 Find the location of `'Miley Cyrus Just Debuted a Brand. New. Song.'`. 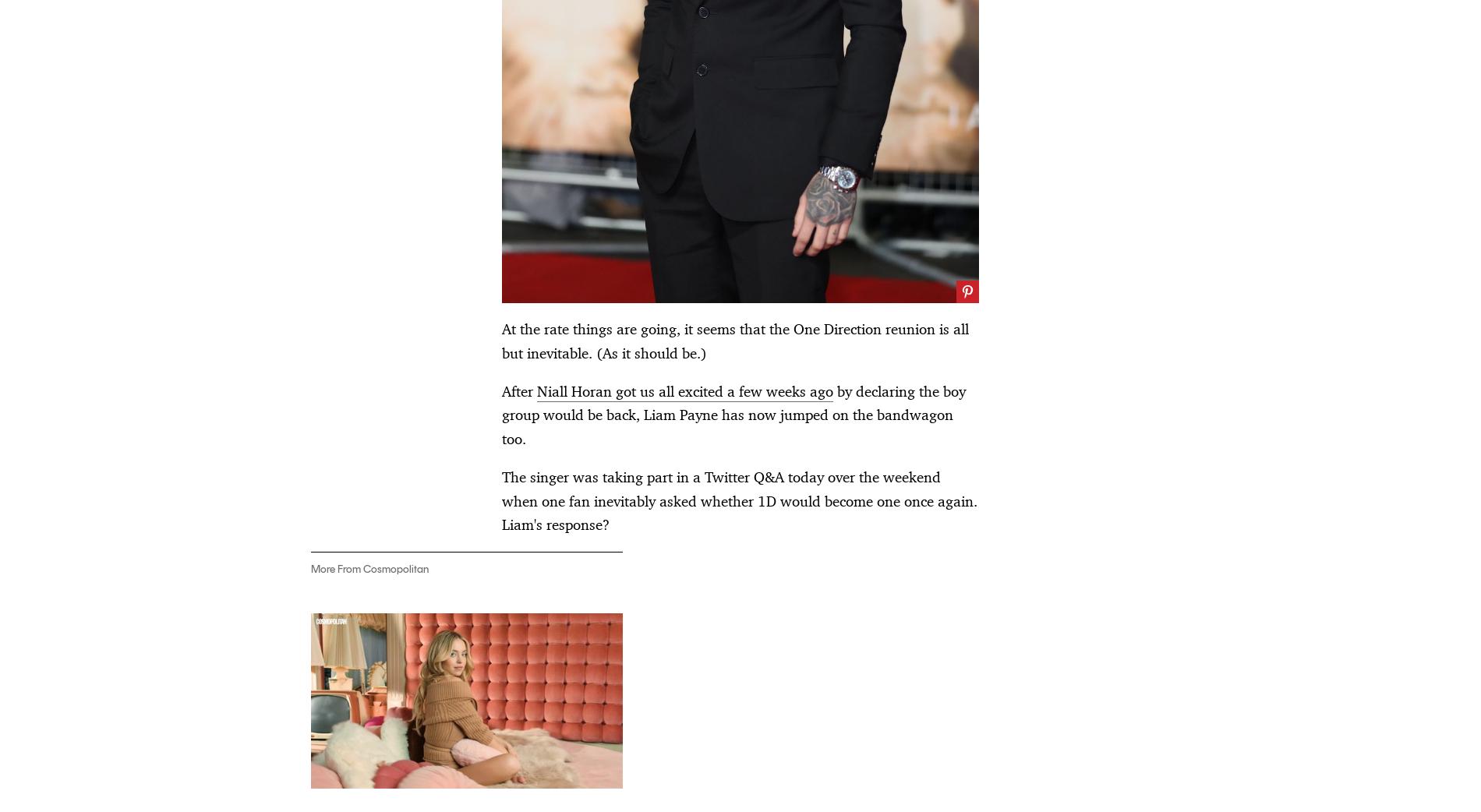

'Miley Cyrus Just Debuted a Brand. New. Song.' is located at coordinates (612, 319).